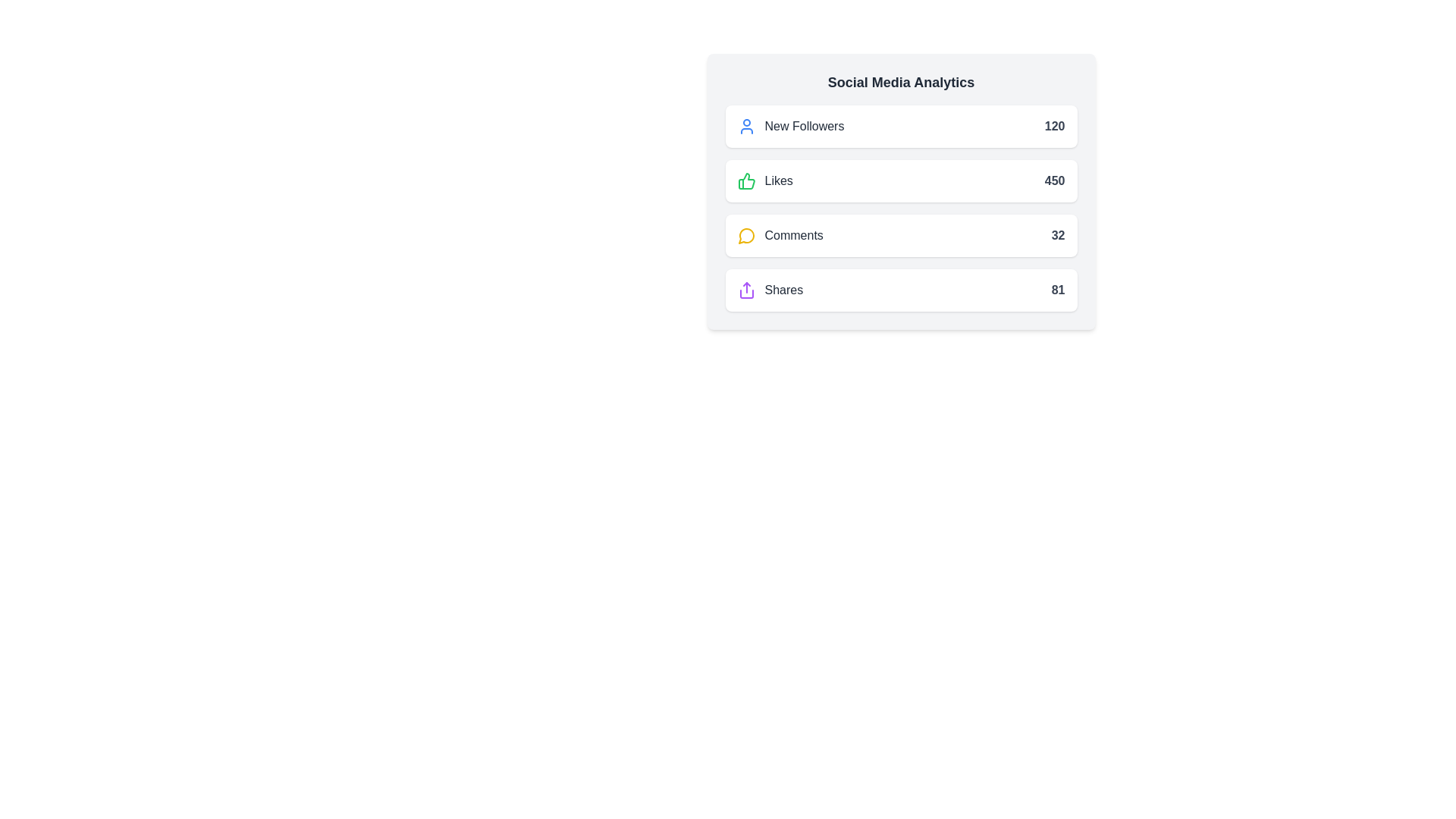 This screenshot has width=1456, height=819. Describe the element at coordinates (746, 125) in the screenshot. I see `the user icon, which is a minimalistic outline of a person in bright blue, located to the left of the 'New Followers' text in the 'Social Media Analytics' section` at that location.